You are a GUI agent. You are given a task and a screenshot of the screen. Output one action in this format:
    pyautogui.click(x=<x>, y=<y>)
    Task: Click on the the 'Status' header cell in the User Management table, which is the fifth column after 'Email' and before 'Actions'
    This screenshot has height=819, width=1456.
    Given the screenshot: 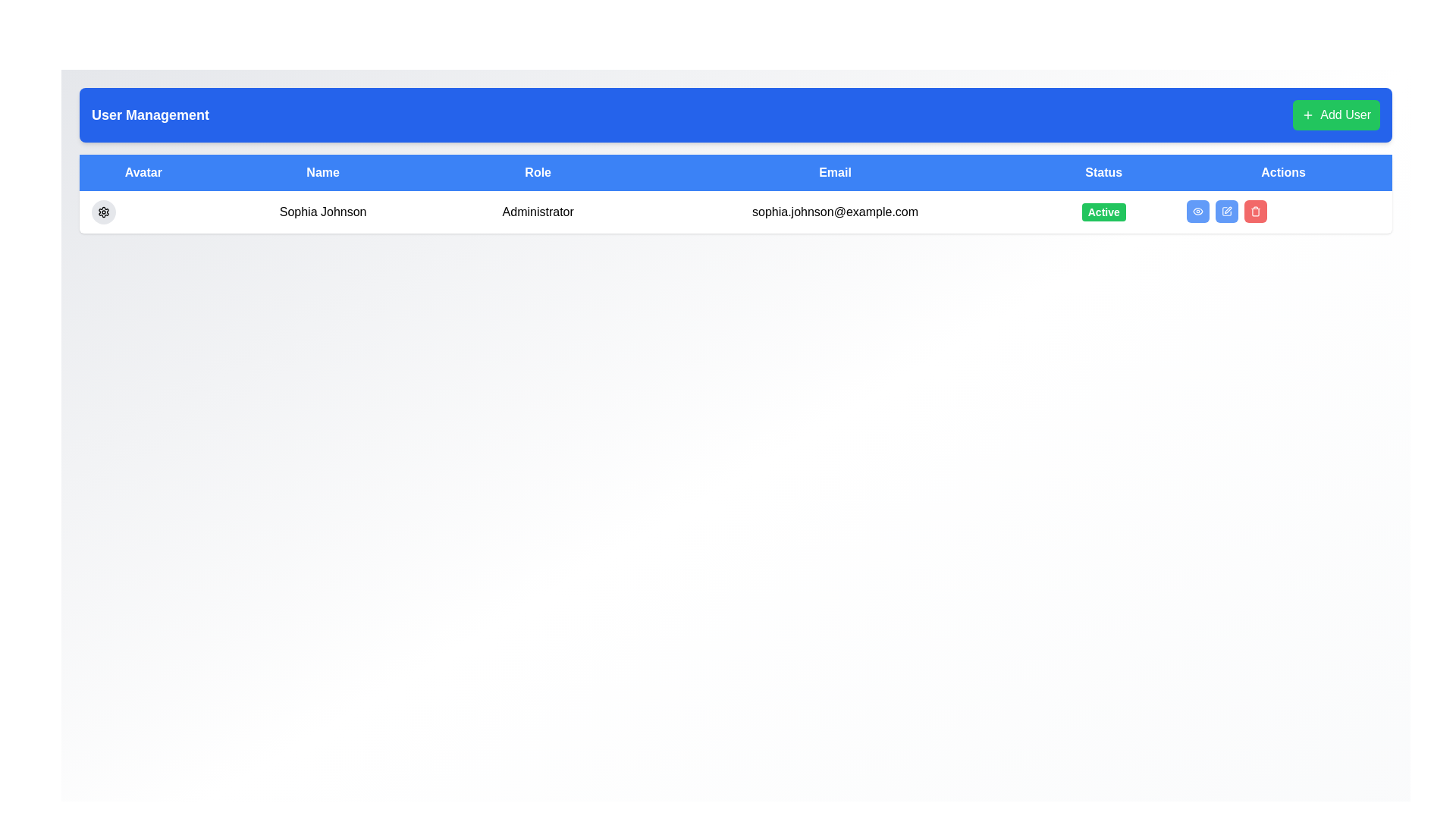 What is the action you would take?
    pyautogui.click(x=1103, y=171)
    